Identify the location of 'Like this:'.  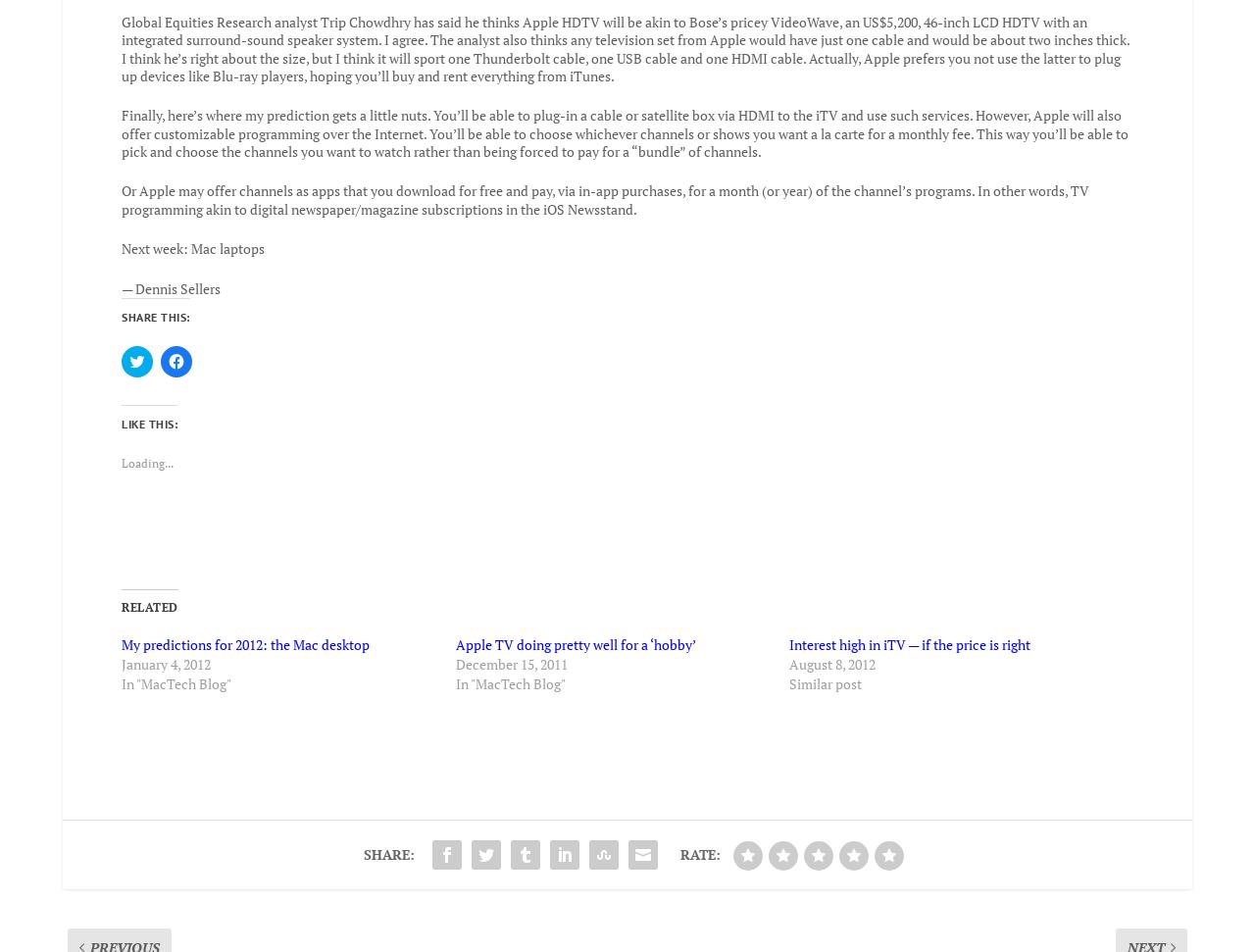
(121, 409).